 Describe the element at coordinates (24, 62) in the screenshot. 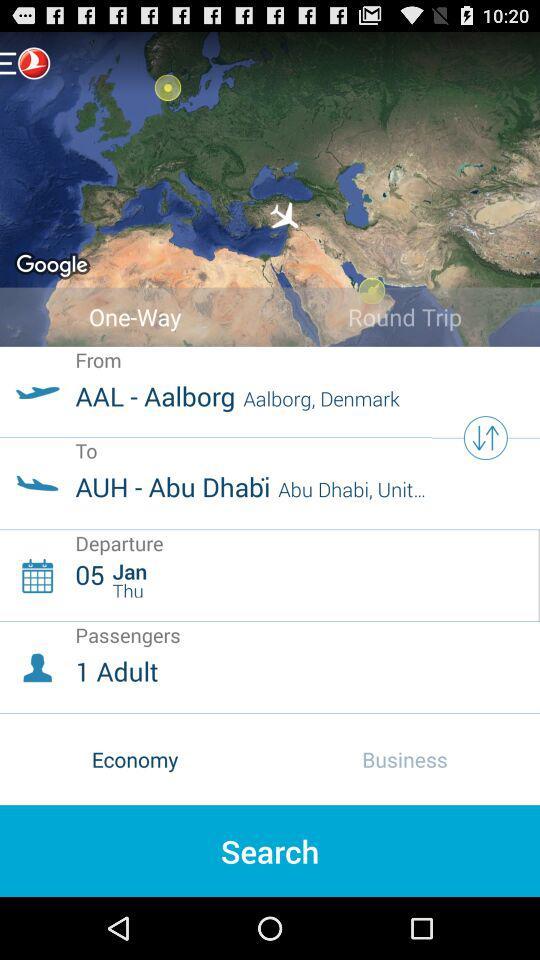

I see `open sidebar` at that location.